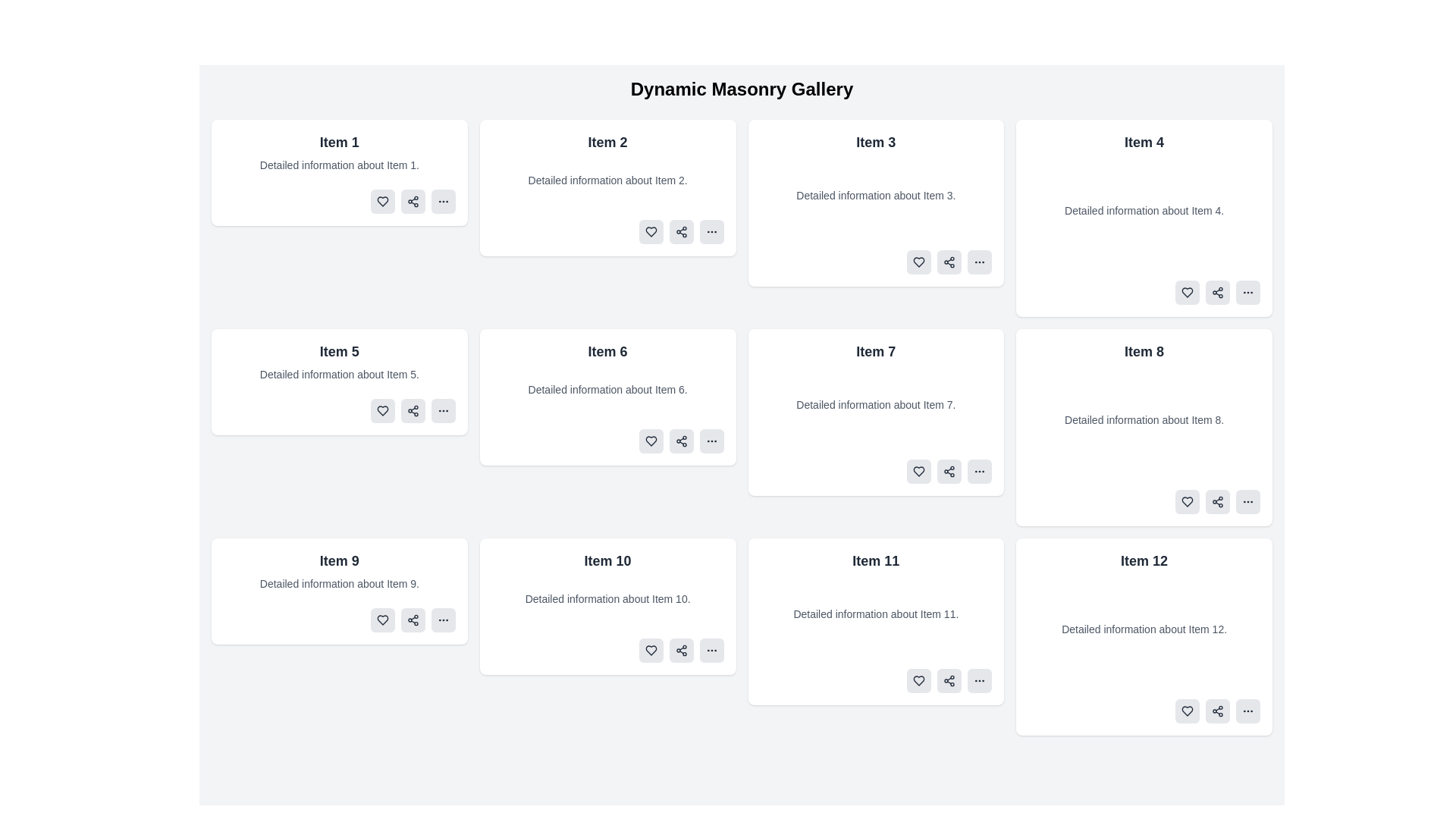 The height and width of the screenshot is (819, 1456). Describe the element at coordinates (1218, 502) in the screenshot. I see `the share button, which is the second button in the action group at the bottom-right corner of the card for 'Item 8', styled with a light gray background and a share icon` at that location.